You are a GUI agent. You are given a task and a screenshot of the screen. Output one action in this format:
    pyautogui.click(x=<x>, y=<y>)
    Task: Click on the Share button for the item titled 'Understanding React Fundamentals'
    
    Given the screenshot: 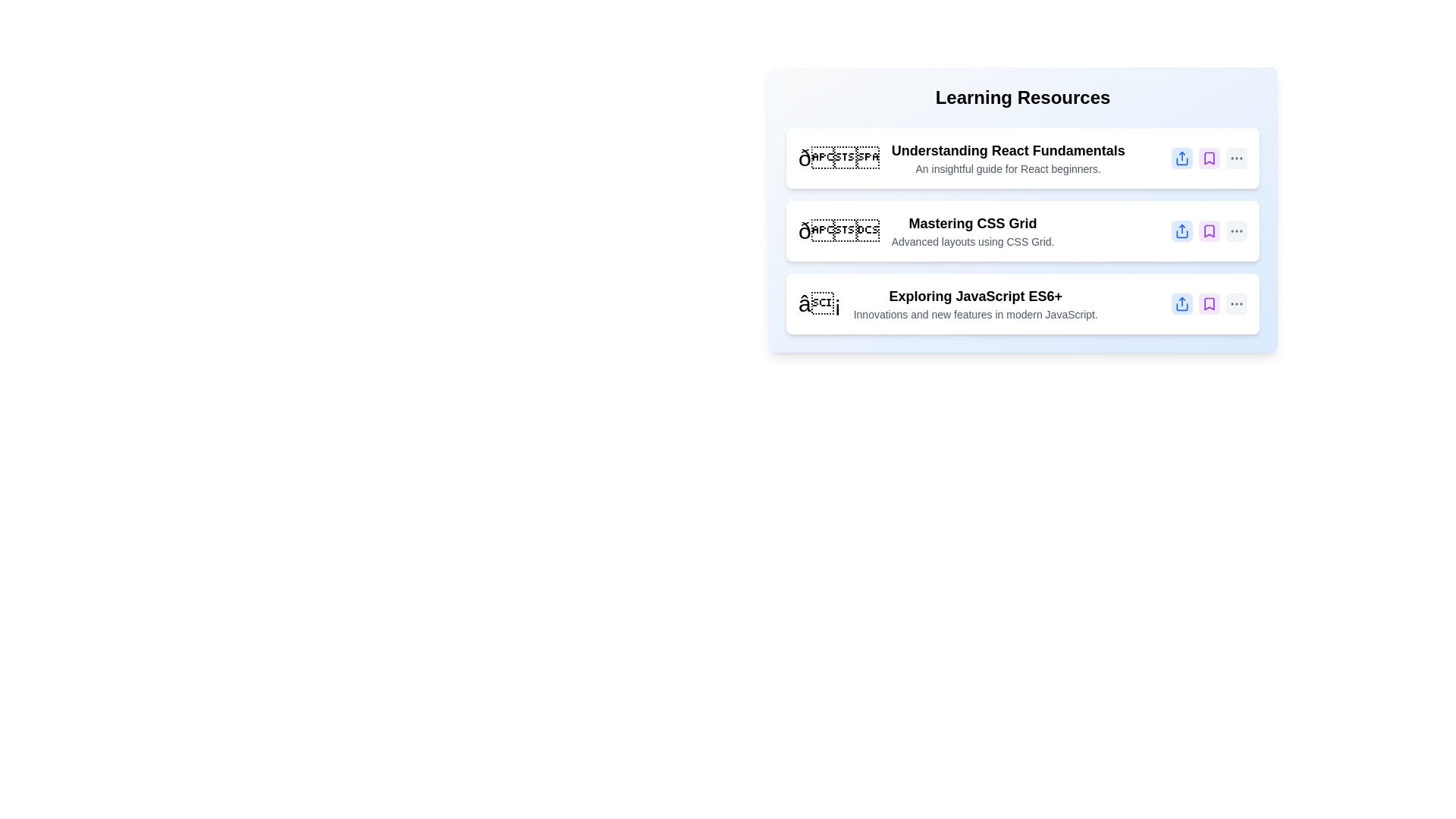 What is the action you would take?
    pyautogui.click(x=1181, y=158)
    